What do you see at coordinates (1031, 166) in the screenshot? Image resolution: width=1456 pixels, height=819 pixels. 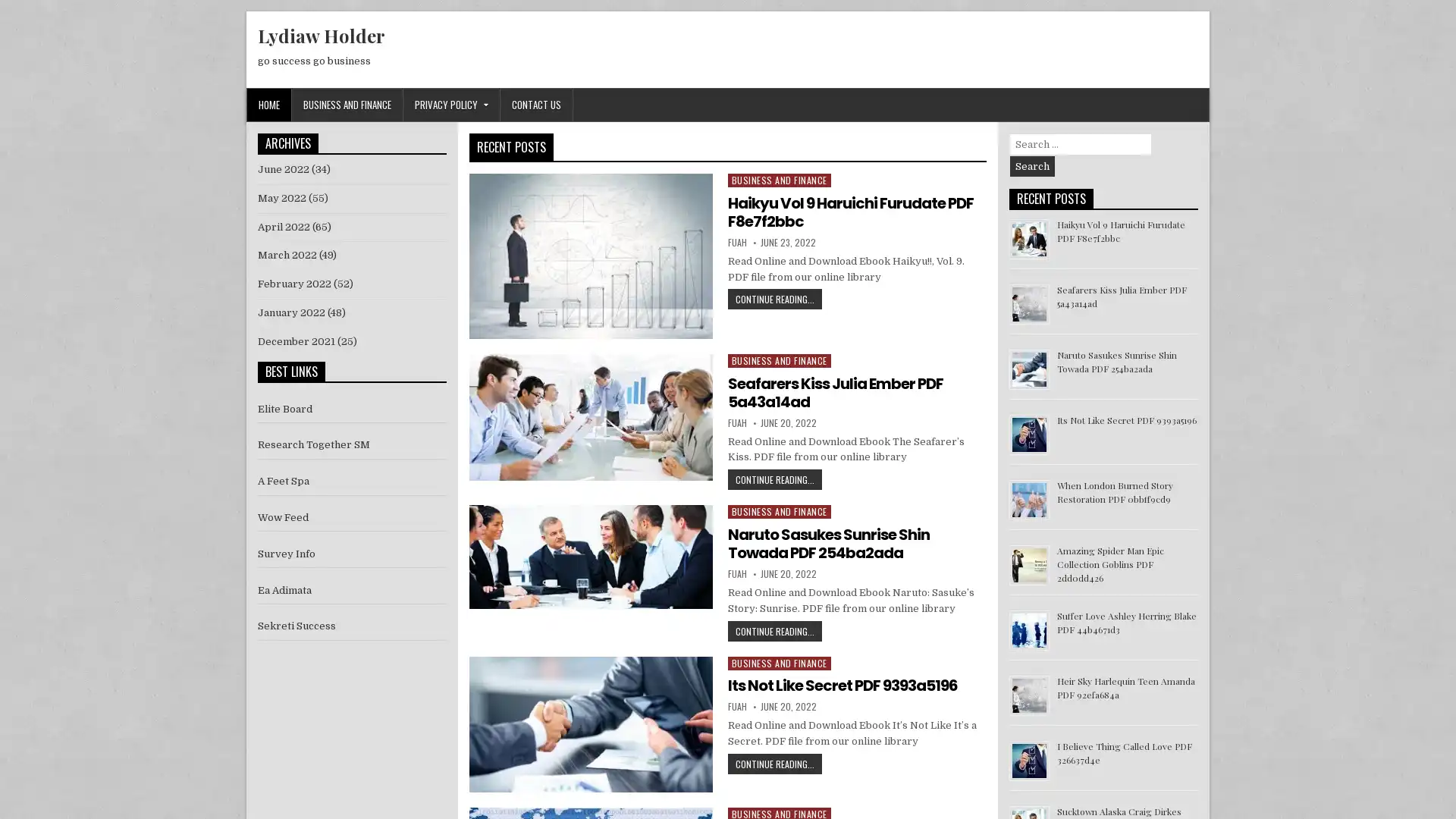 I see `Search` at bounding box center [1031, 166].